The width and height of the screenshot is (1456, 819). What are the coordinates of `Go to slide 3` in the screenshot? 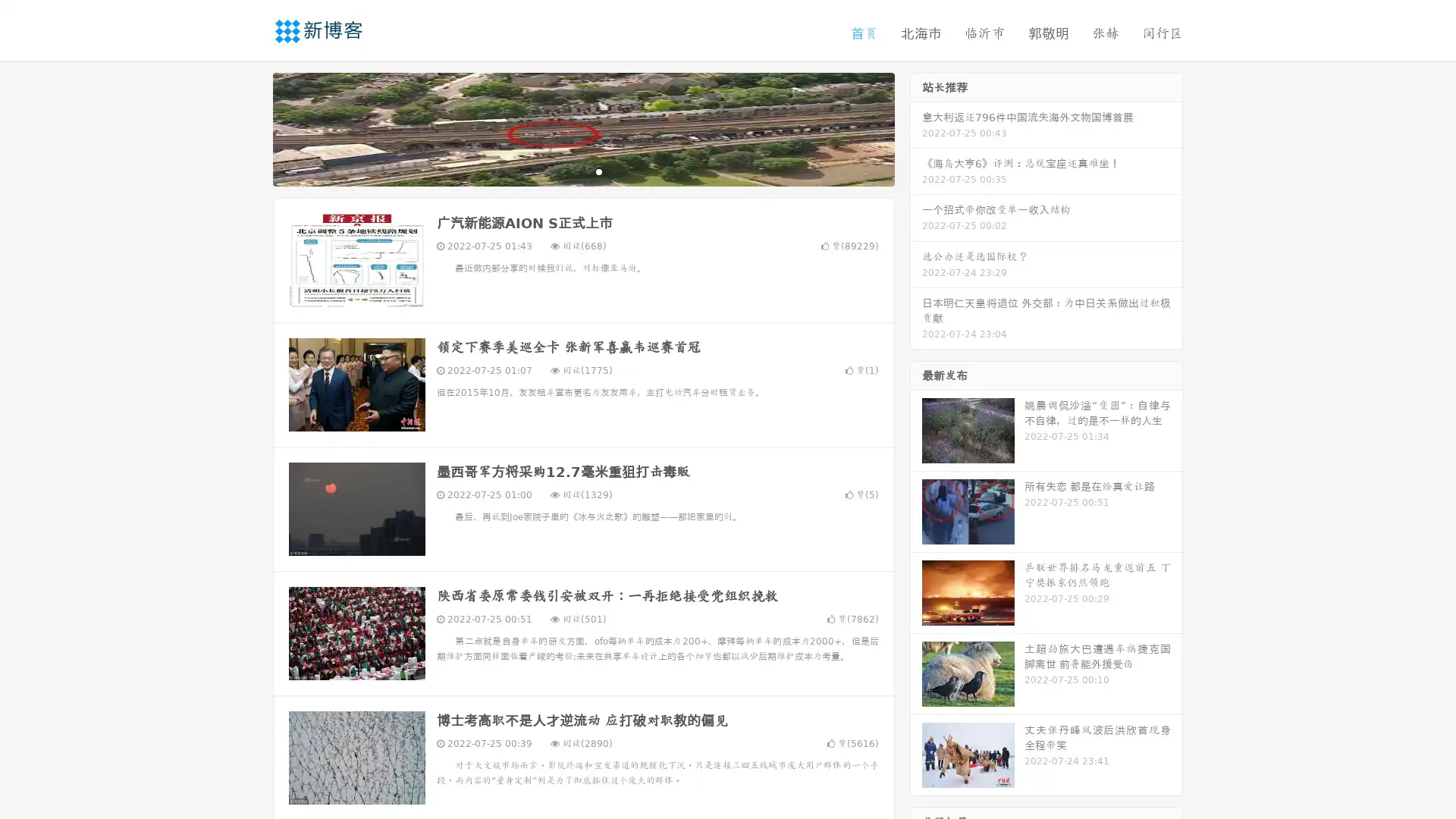 It's located at (598, 171).